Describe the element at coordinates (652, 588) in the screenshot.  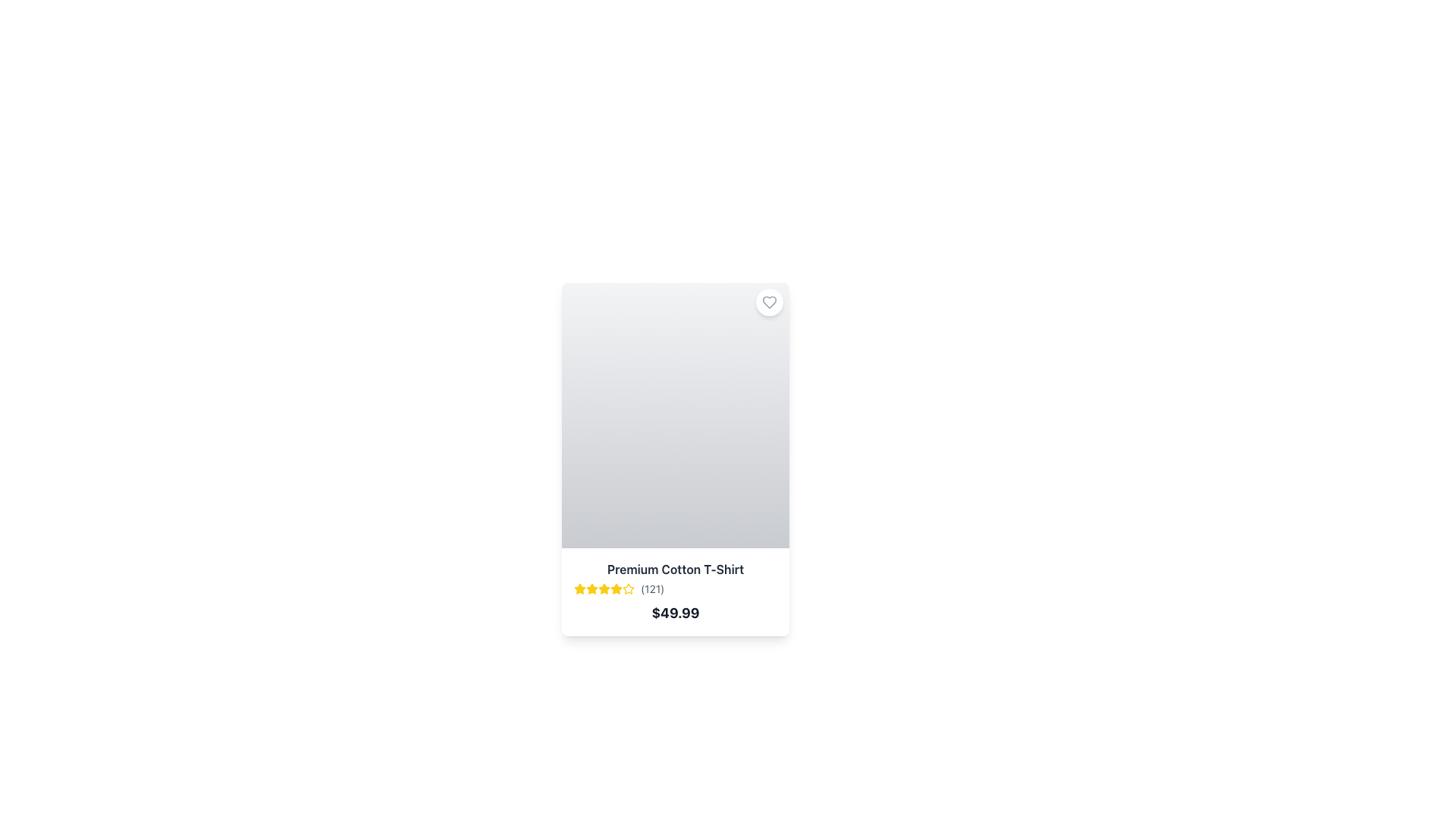
I see `text content of the Text Label that displays the number of reviews or ratings associated with the product 'Premium Cotton T-Shirt' located to the right of the rating stars` at that location.